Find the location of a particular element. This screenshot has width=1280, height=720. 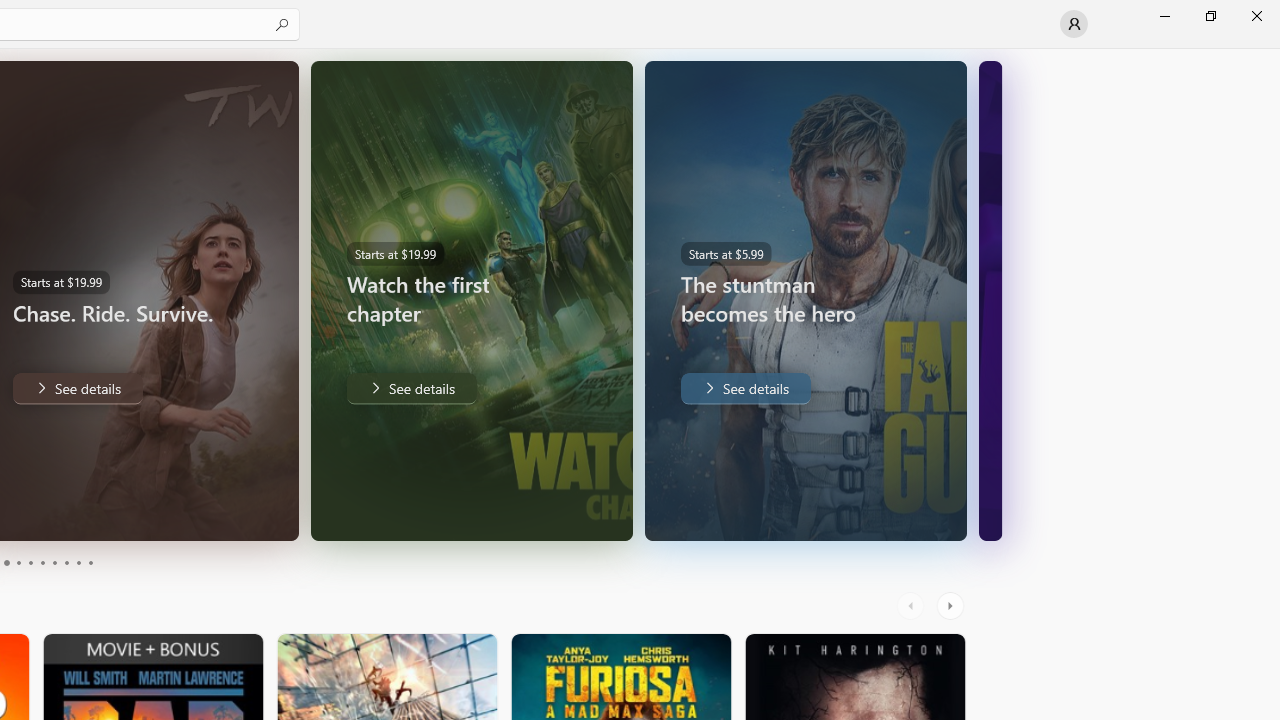

'Page 4' is located at coordinates (17, 563).